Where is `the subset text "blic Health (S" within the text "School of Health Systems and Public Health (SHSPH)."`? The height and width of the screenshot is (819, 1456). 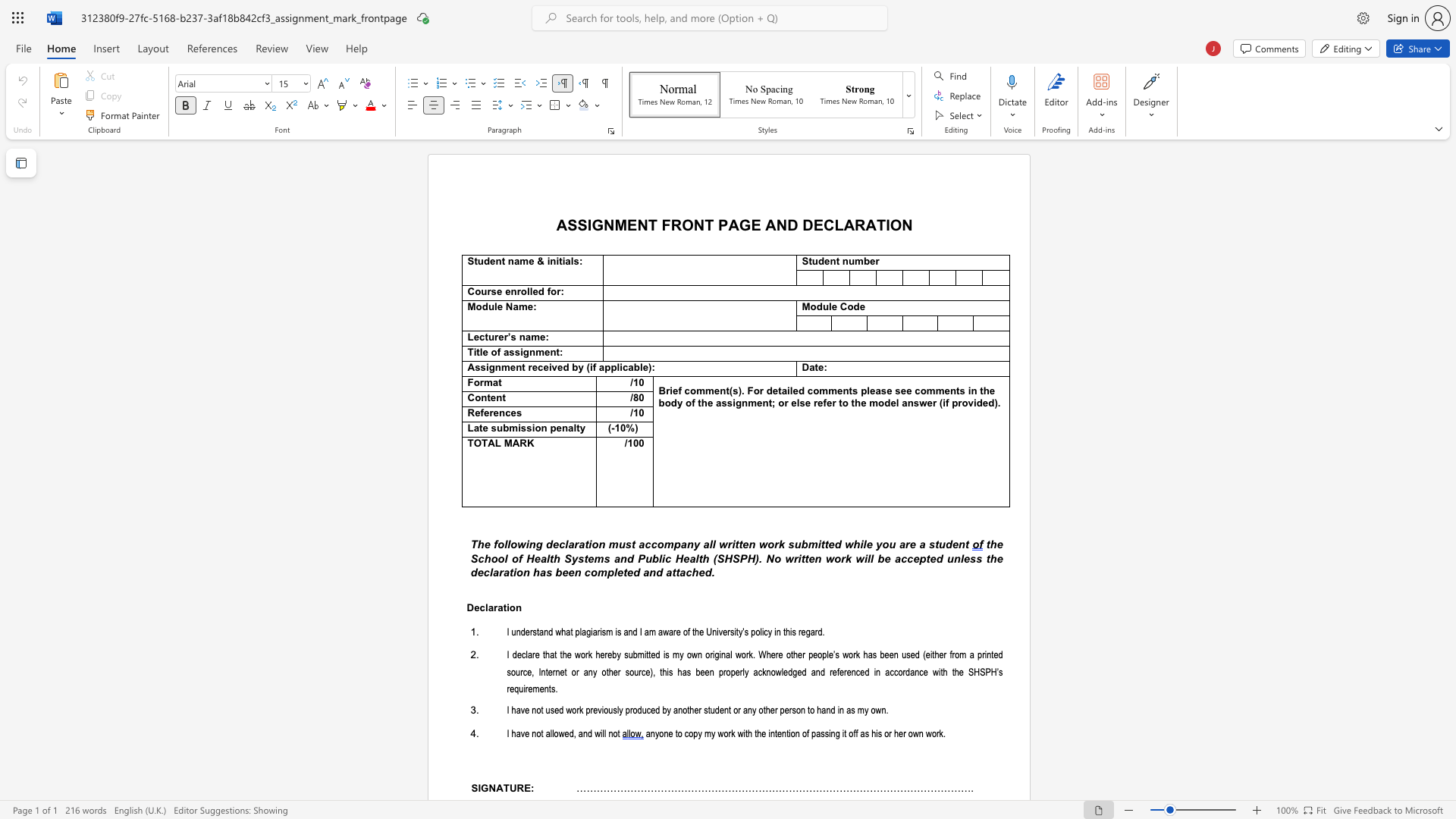
the subset text "blic Health (S" within the text "School of Health Systems and Public Health (SHSPH)." is located at coordinates (651, 558).